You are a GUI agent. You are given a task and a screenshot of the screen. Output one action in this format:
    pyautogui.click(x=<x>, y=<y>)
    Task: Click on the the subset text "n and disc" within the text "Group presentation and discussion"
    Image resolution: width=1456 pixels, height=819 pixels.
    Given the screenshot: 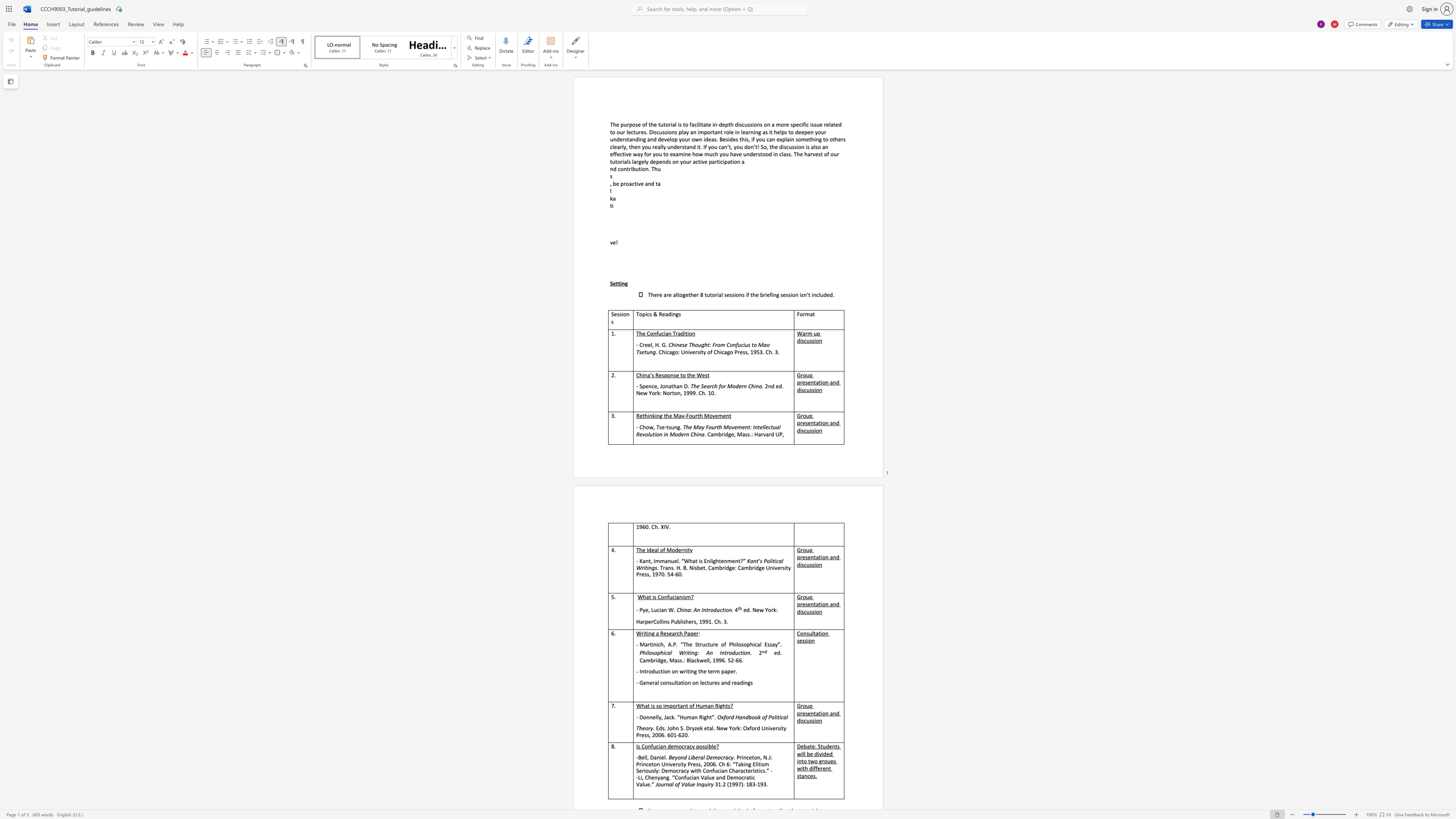 What is the action you would take?
    pyautogui.click(x=824, y=557)
    